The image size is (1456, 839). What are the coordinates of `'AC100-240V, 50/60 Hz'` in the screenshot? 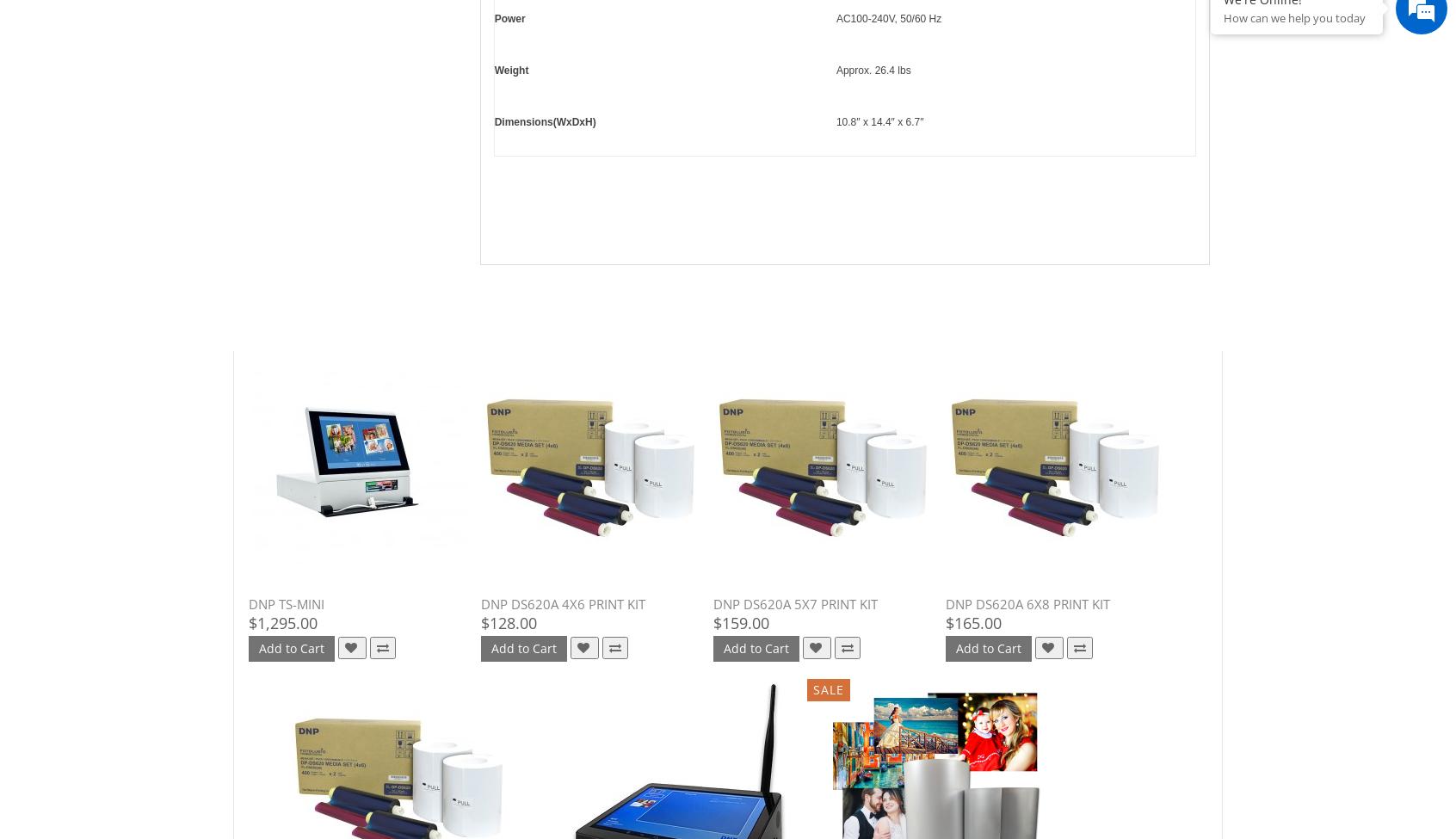 It's located at (836, 19).